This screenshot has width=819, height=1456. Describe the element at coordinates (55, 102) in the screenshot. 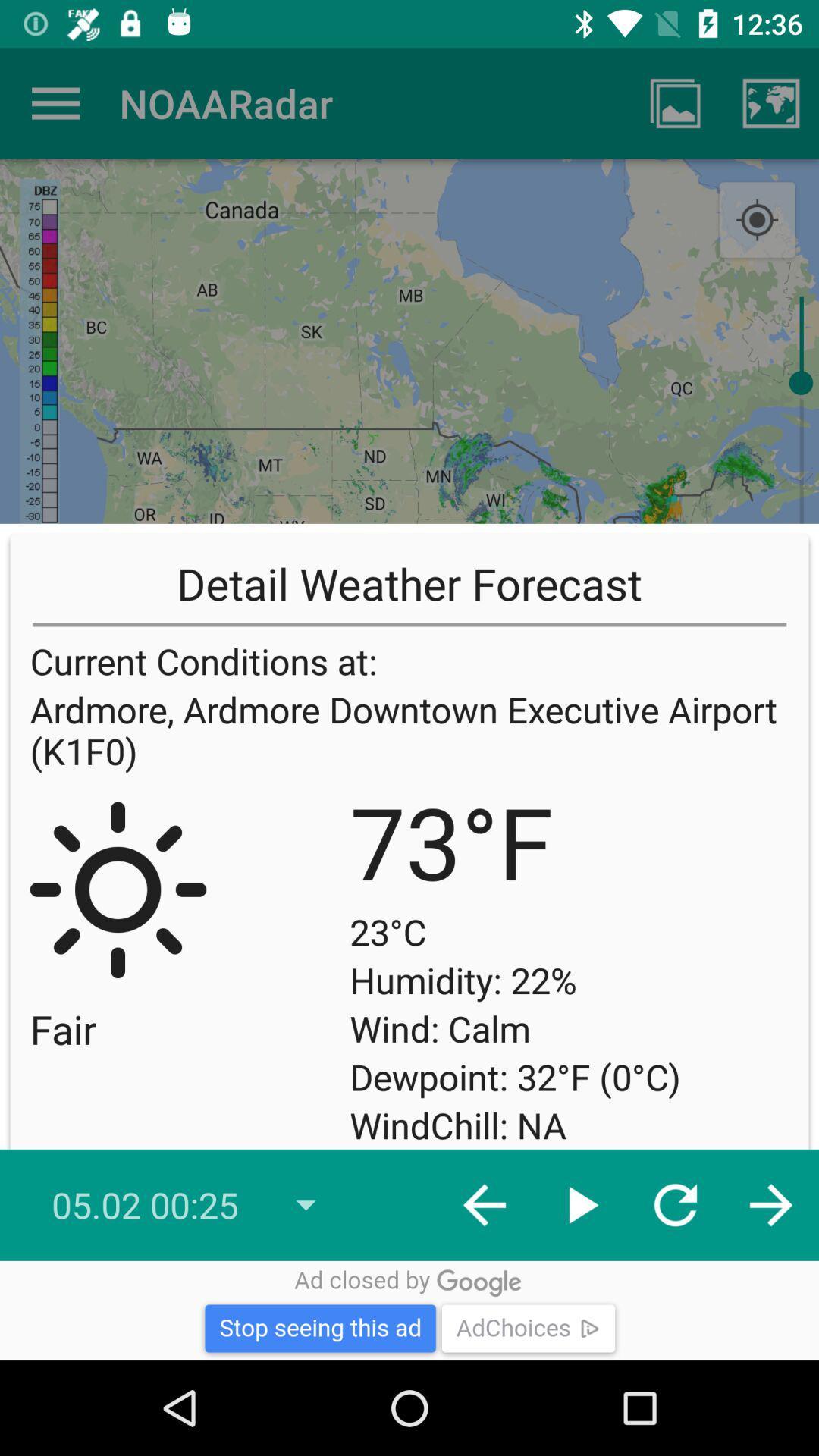

I see `go back` at that location.